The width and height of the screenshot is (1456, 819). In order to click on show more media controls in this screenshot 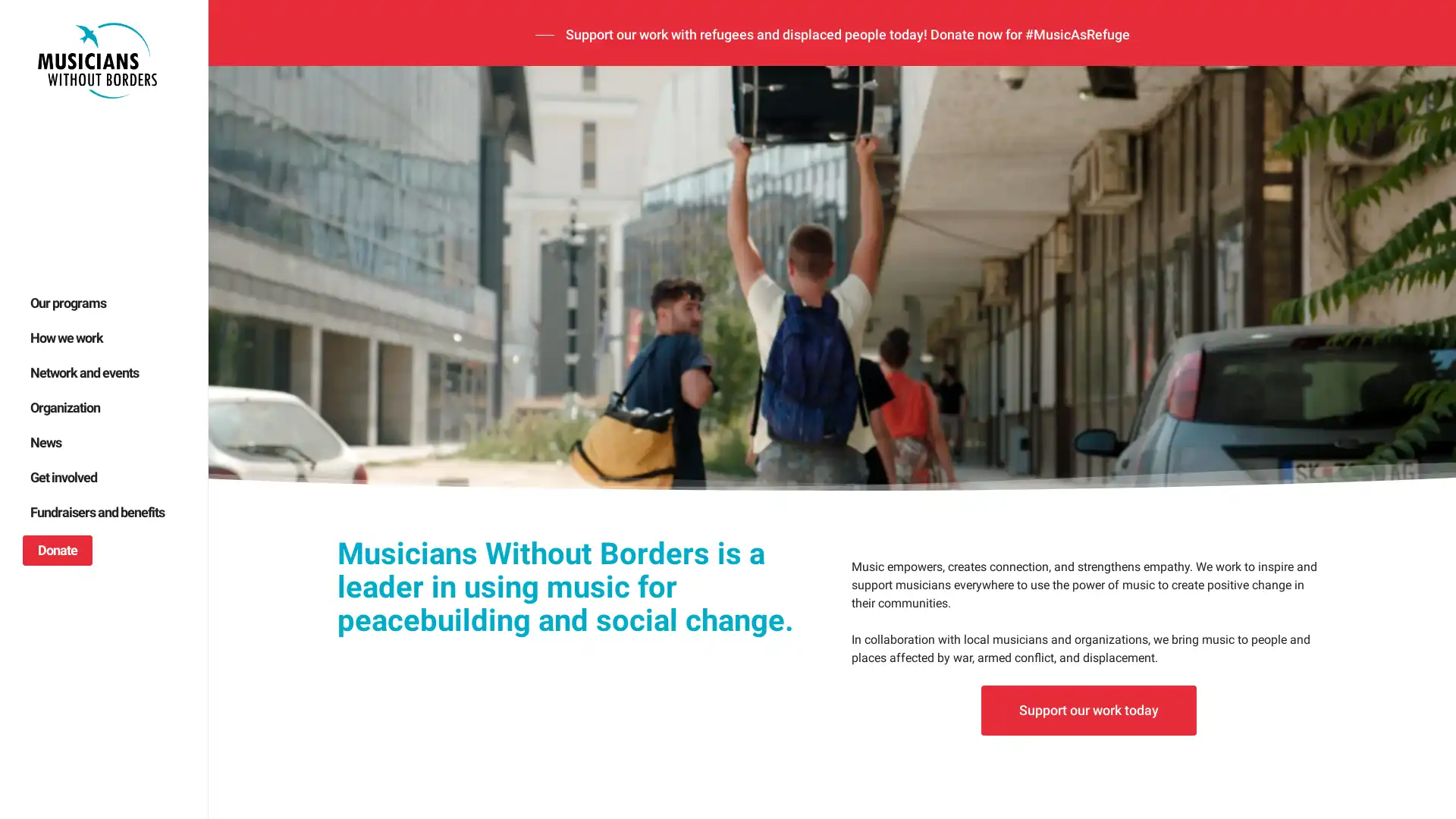, I will do `click(1419, 601)`.